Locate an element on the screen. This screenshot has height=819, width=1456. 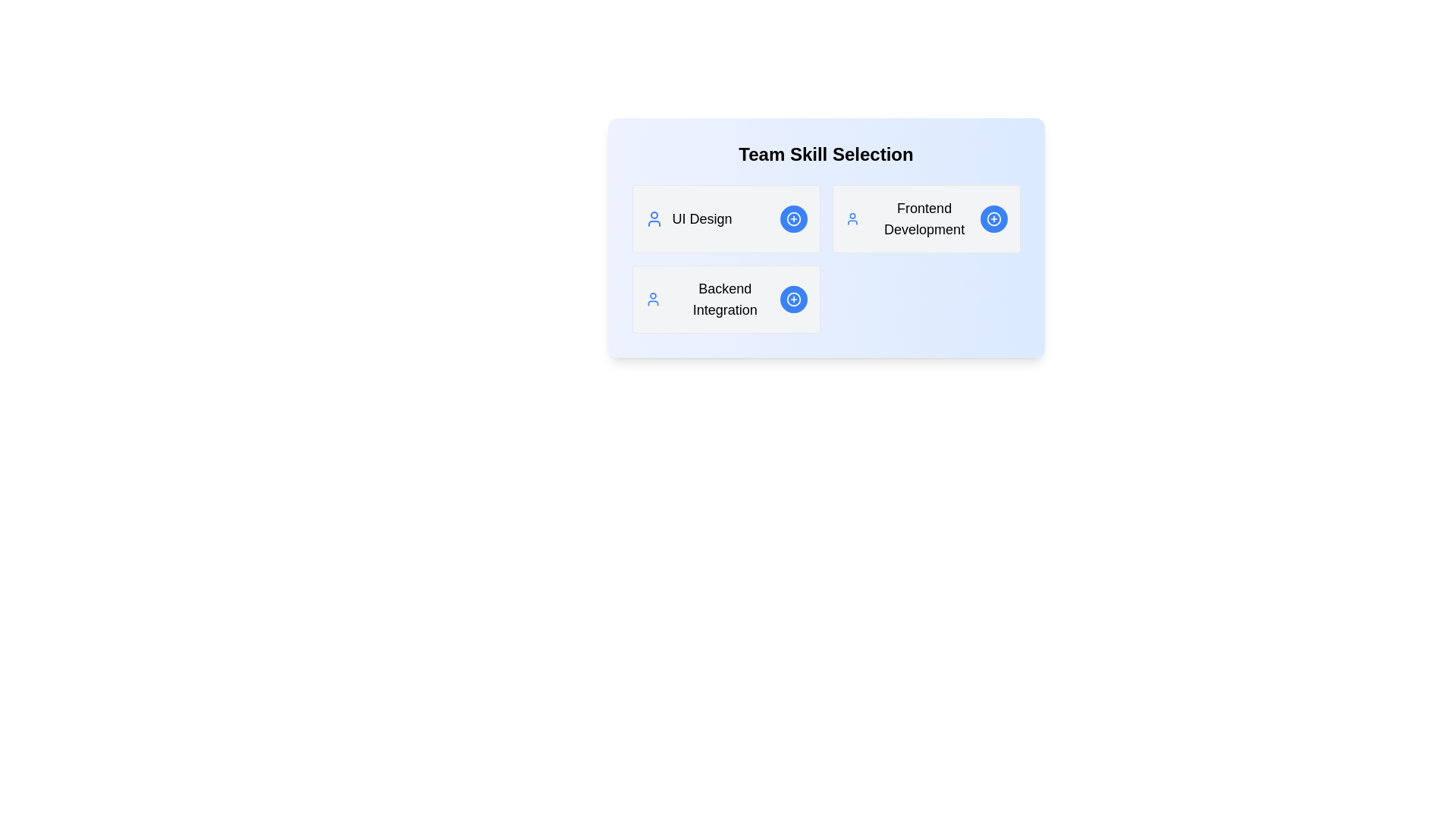
action button for the skill UI Design to toggle its assignment state is located at coordinates (792, 219).